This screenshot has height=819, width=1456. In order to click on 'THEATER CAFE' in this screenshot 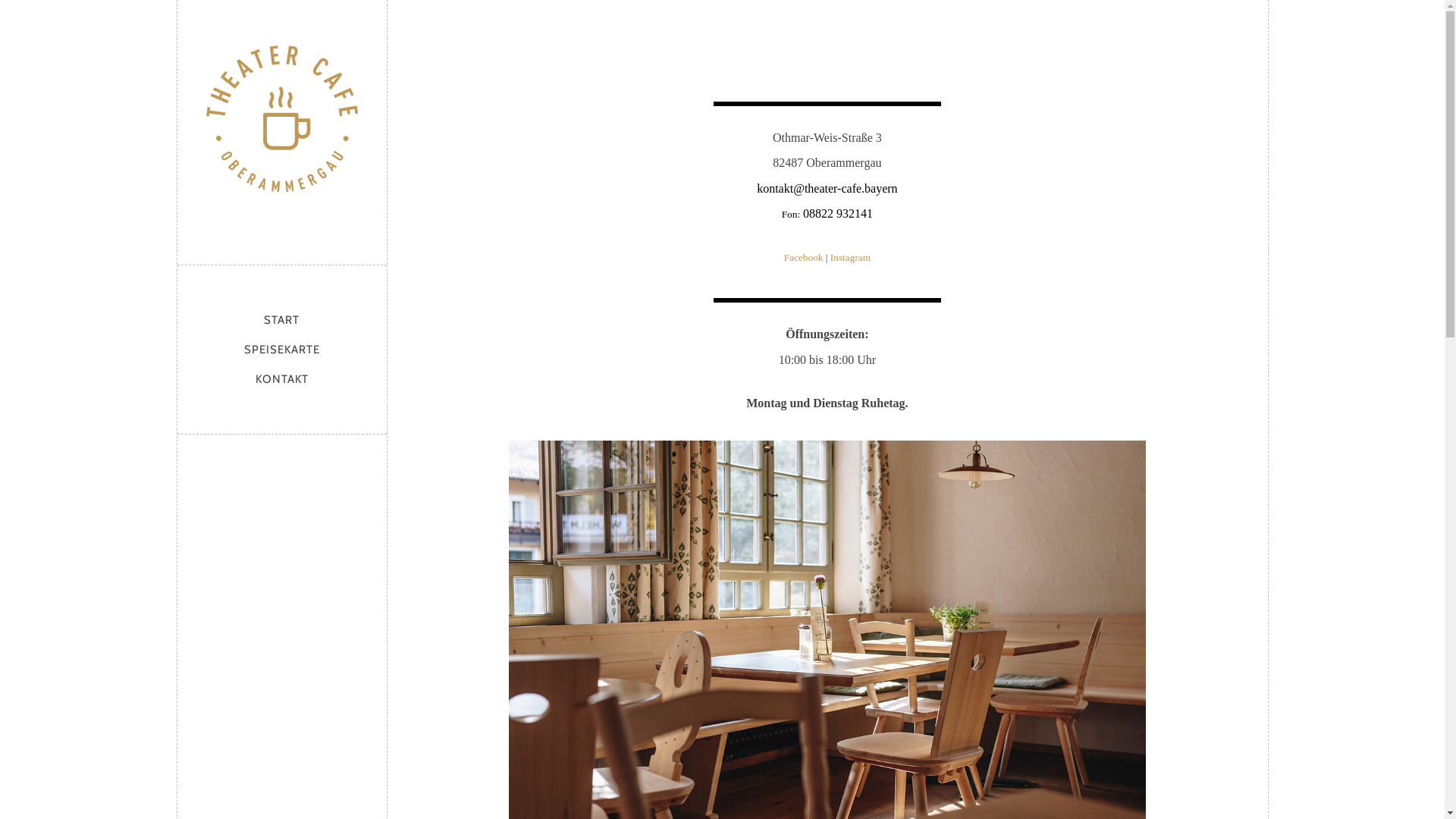, I will do `click(281, 127)`.